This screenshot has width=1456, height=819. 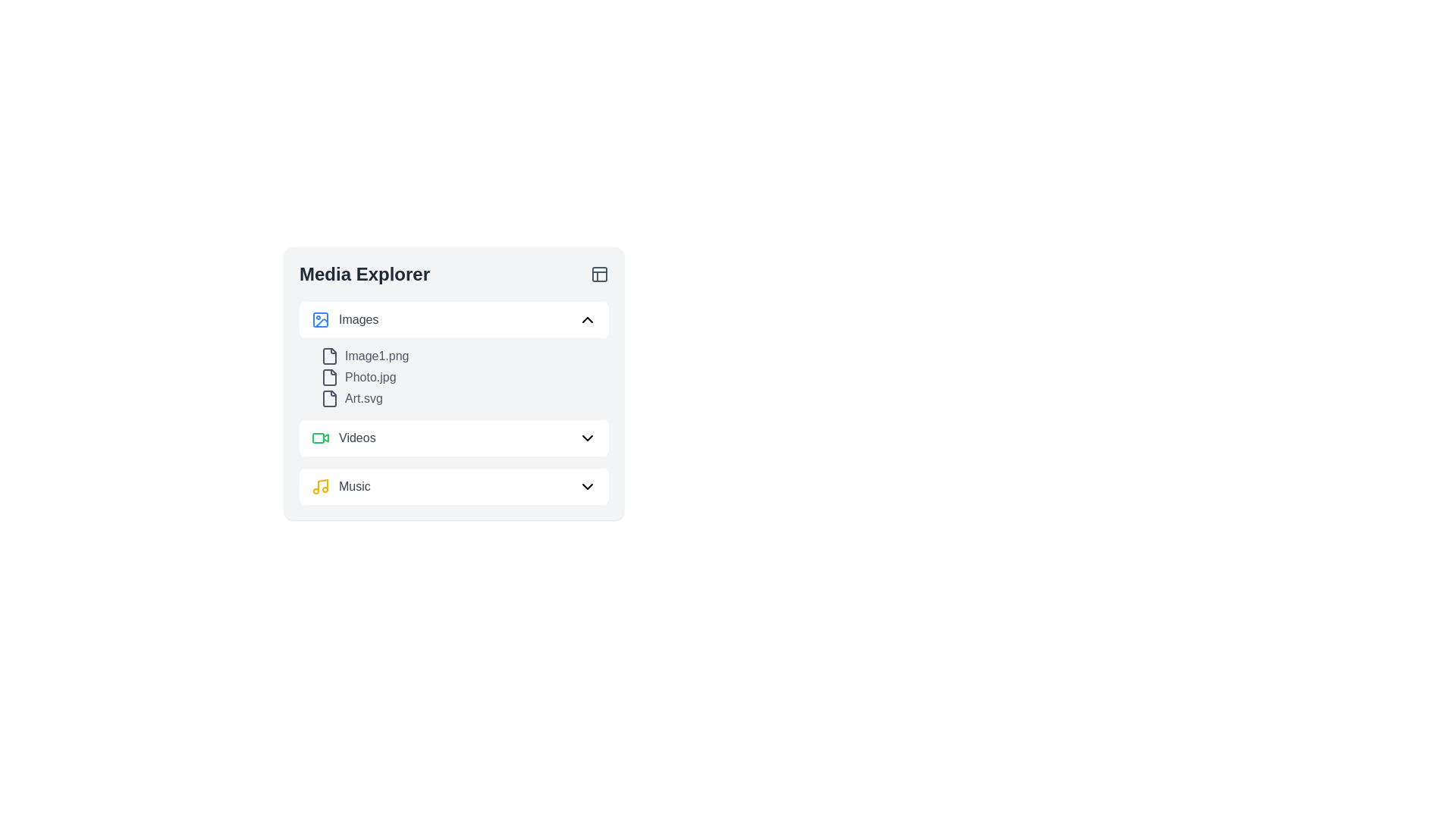 What do you see at coordinates (329, 356) in the screenshot?
I see `the file icon representing 'Image1.png' located in the 'Media Explorer' panel, which is the first icon in the list section labeled 'Images'` at bounding box center [329, 356].